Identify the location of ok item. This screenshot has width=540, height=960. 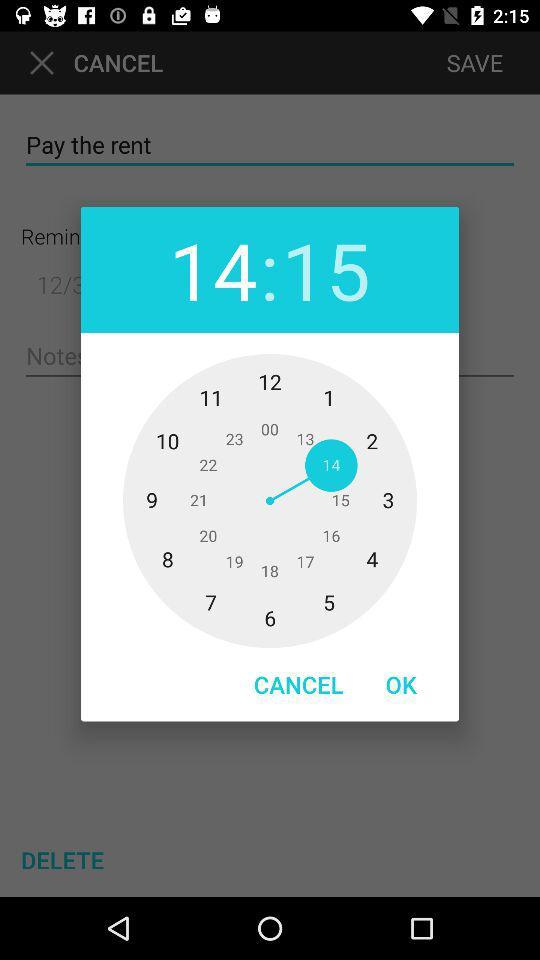
(401, 684).